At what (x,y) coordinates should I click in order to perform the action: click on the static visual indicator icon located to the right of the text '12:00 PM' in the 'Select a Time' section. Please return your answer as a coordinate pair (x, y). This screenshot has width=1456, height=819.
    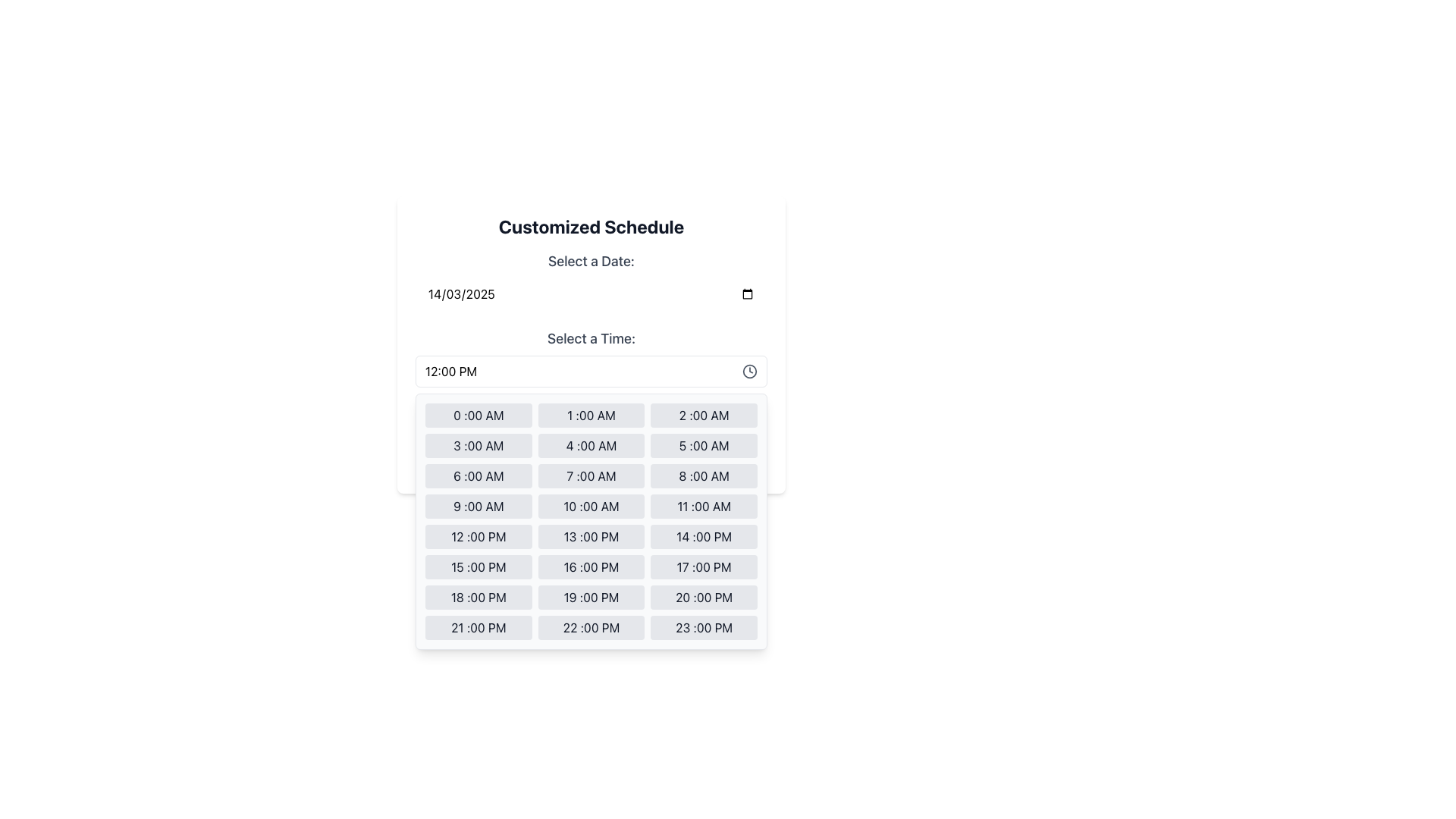
    Looking at the image, I should click on (749, 371).